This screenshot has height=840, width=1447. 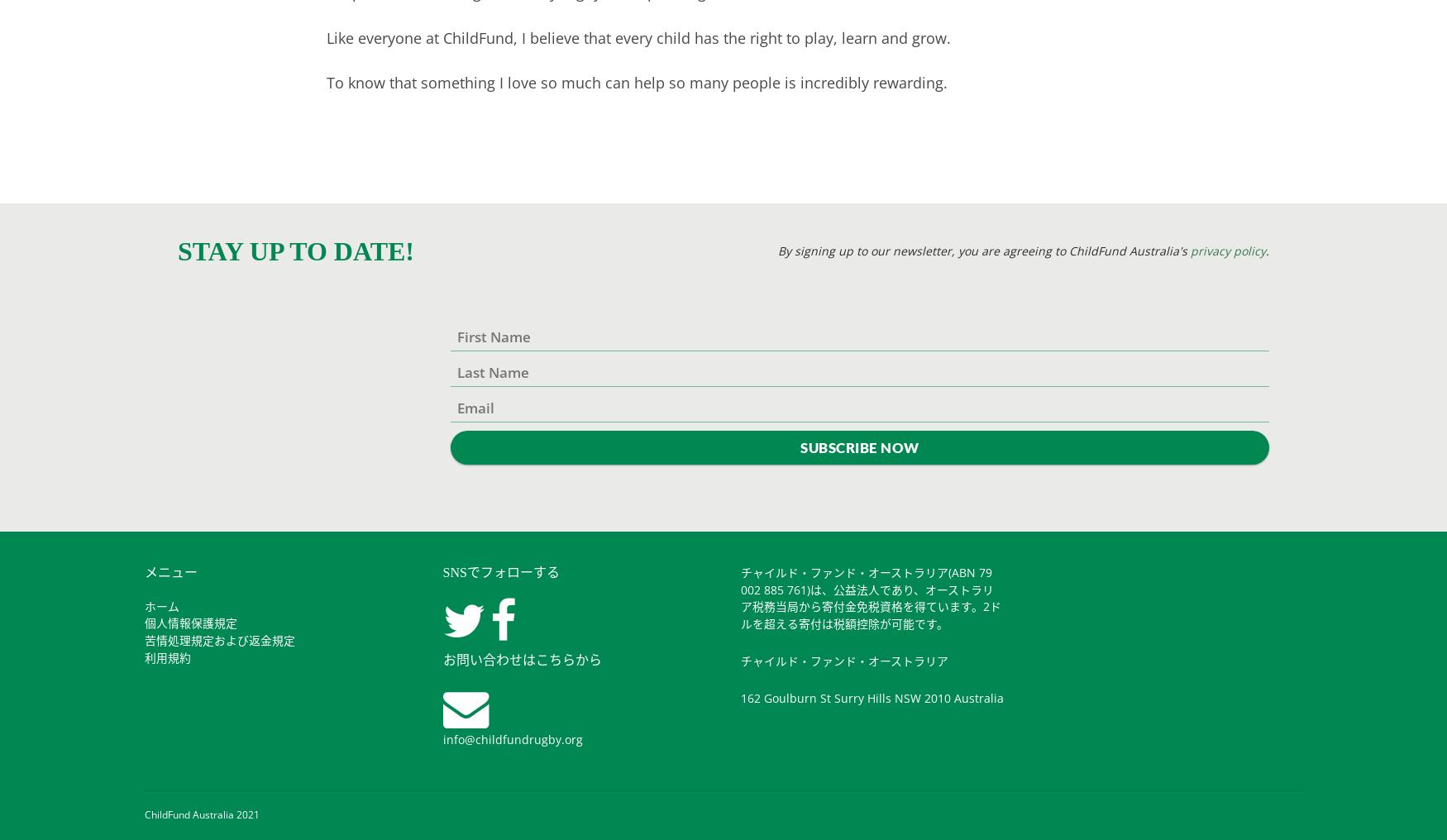 I want to click on 'ChildFund Australia 2021', so click(x=202, y=814).